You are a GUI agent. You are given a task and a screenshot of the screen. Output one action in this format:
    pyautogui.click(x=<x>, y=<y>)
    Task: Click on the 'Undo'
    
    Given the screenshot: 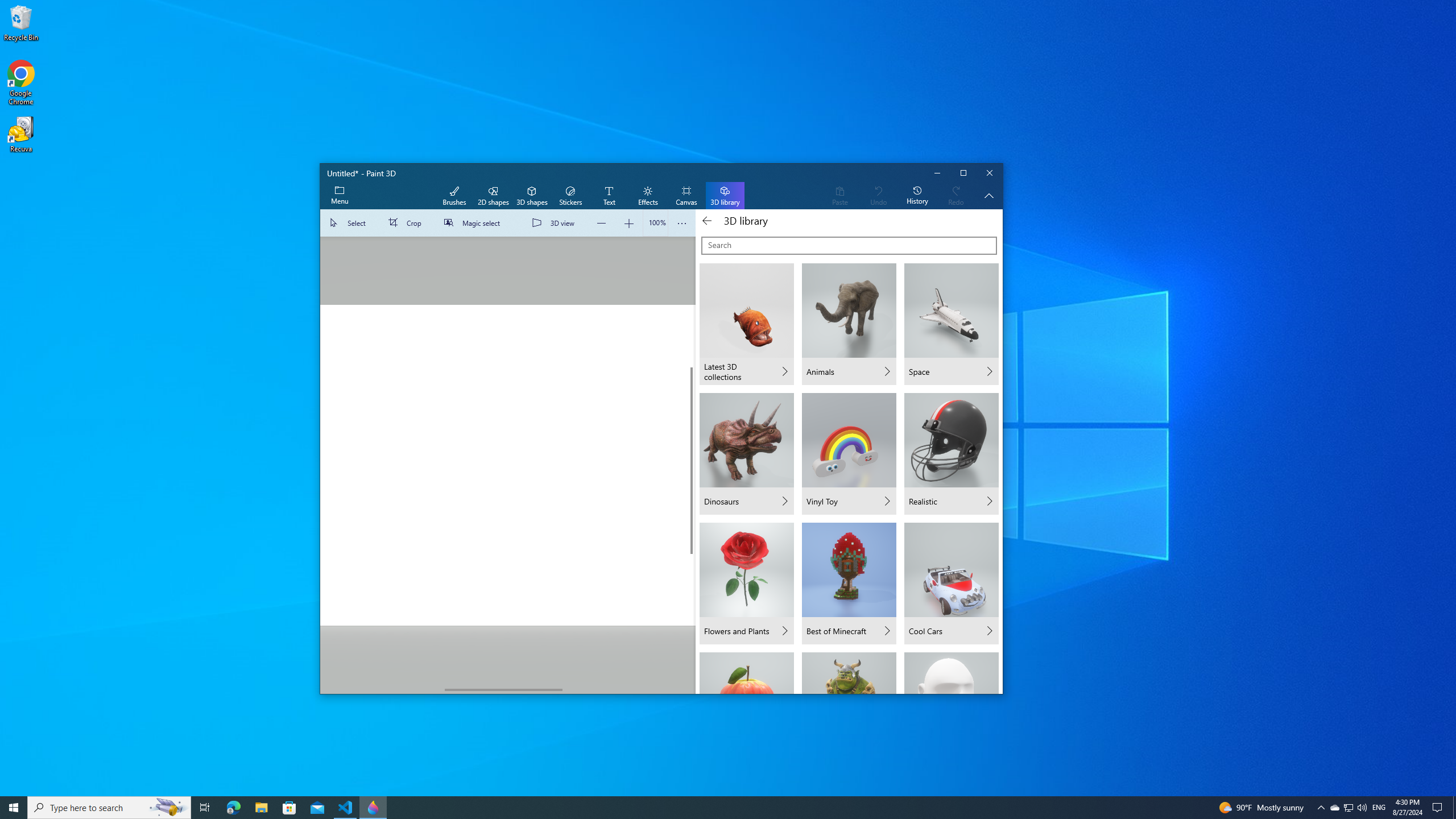 What is the action you would take?
    pyautogui.click(x=878, y=196)
    